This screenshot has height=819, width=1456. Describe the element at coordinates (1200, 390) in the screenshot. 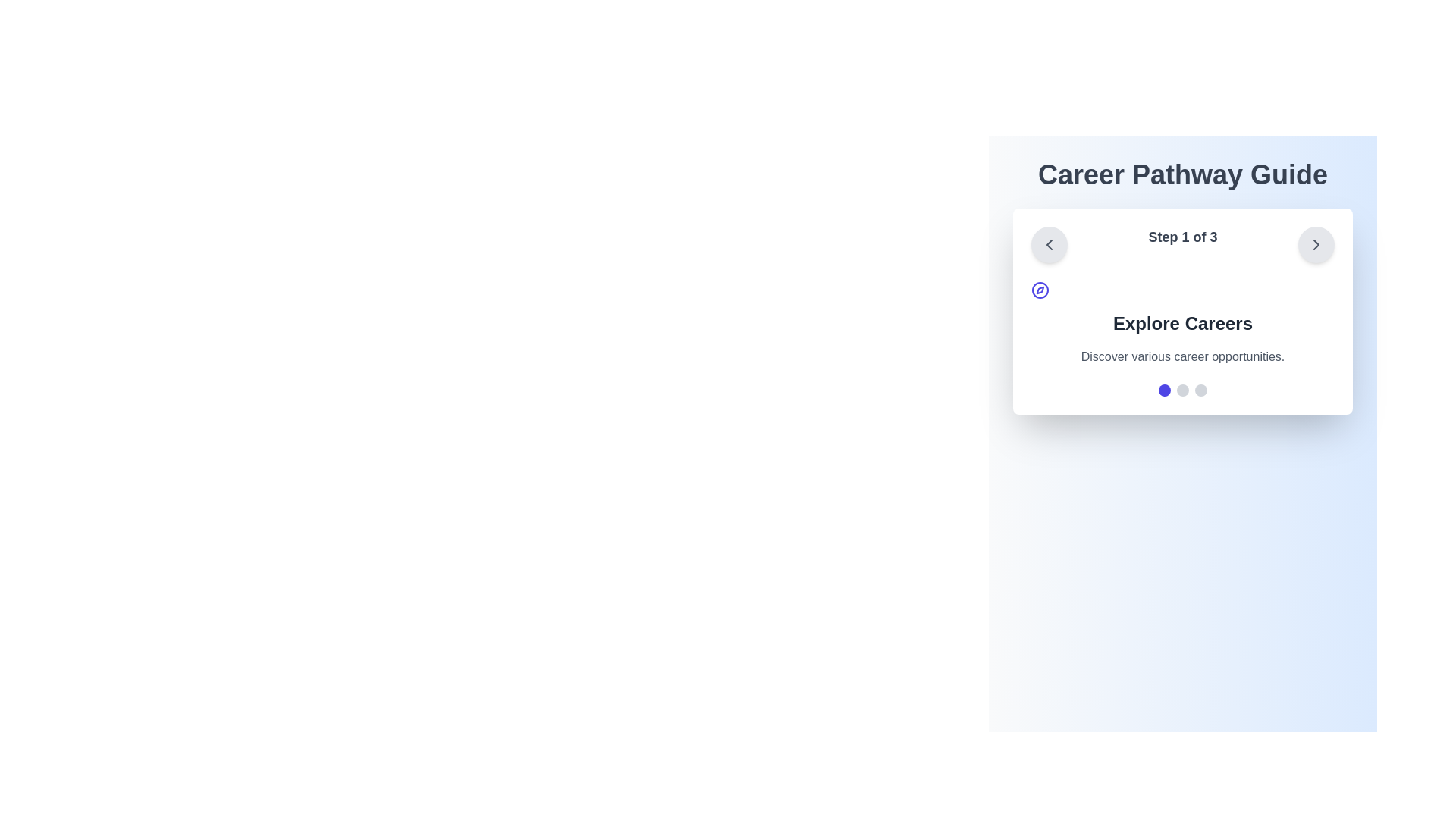

I see `the third circular step indicator button located below the text 'Explore Careers' in the center of the card` at that location.